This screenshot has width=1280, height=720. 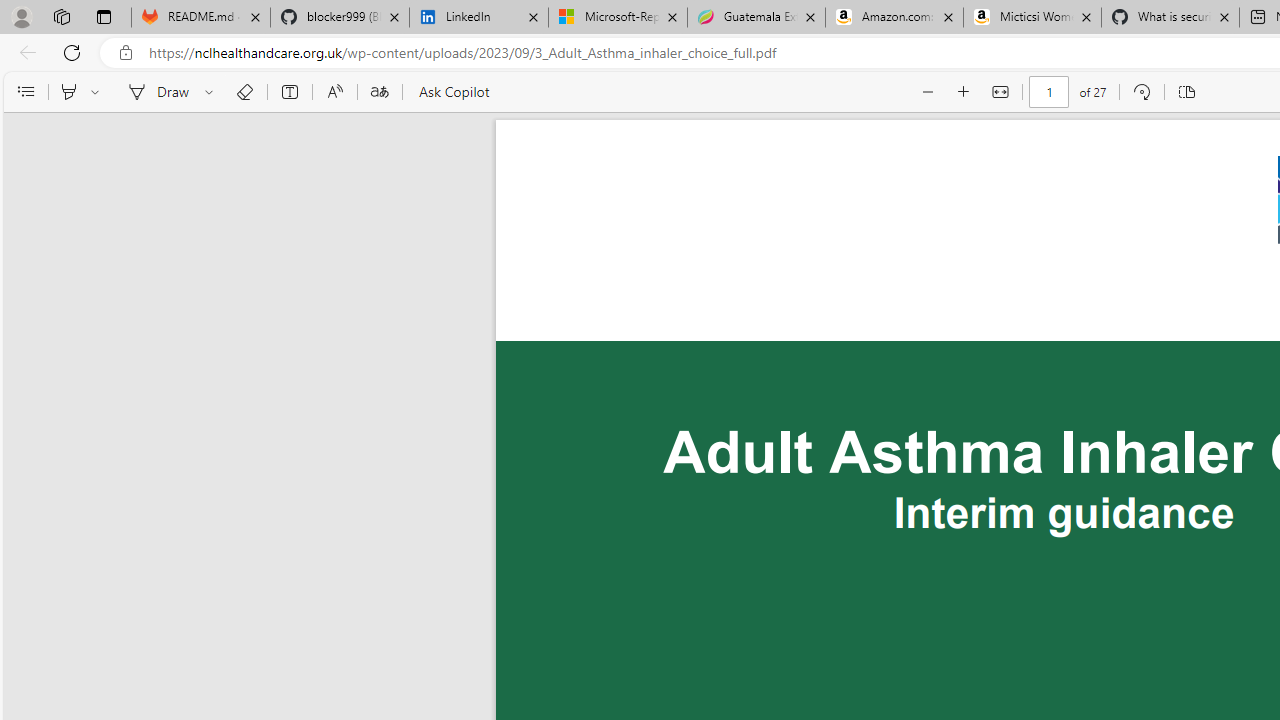 I want to click on 'Read aloud', so click(x=334, y=92).